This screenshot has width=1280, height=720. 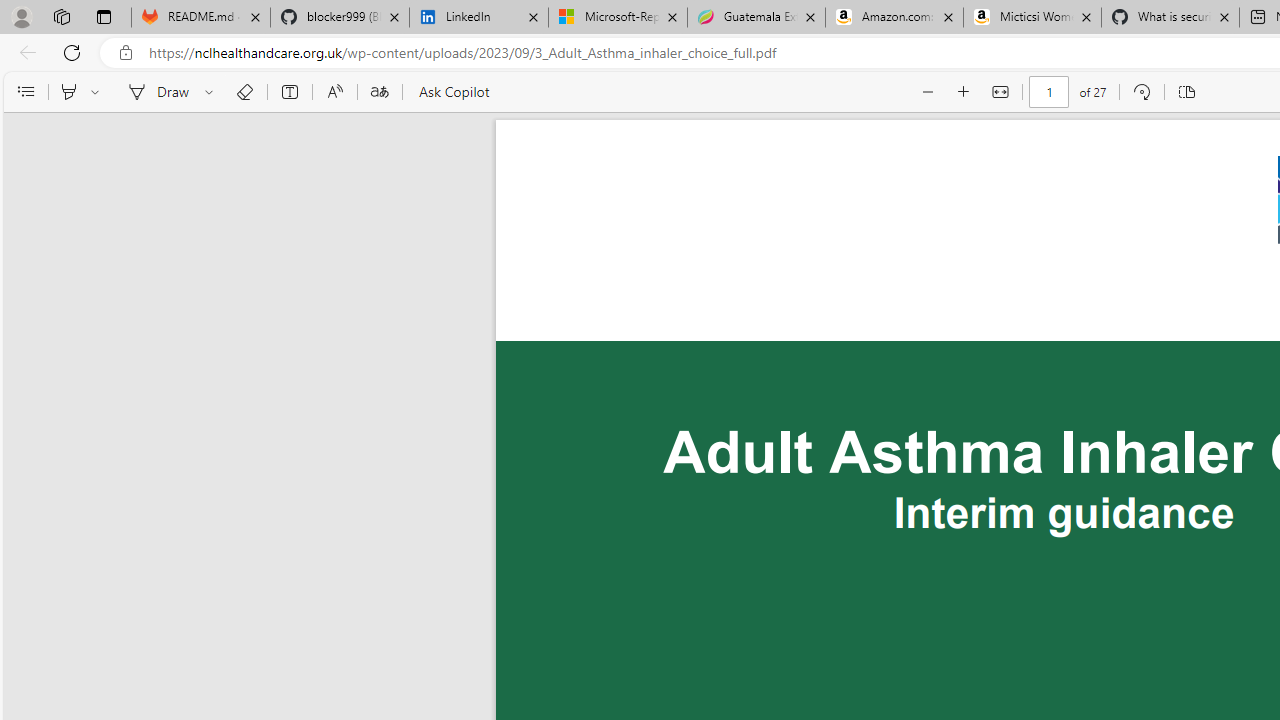 I want to click on 'Read aloud', so click(x=334, y=92).